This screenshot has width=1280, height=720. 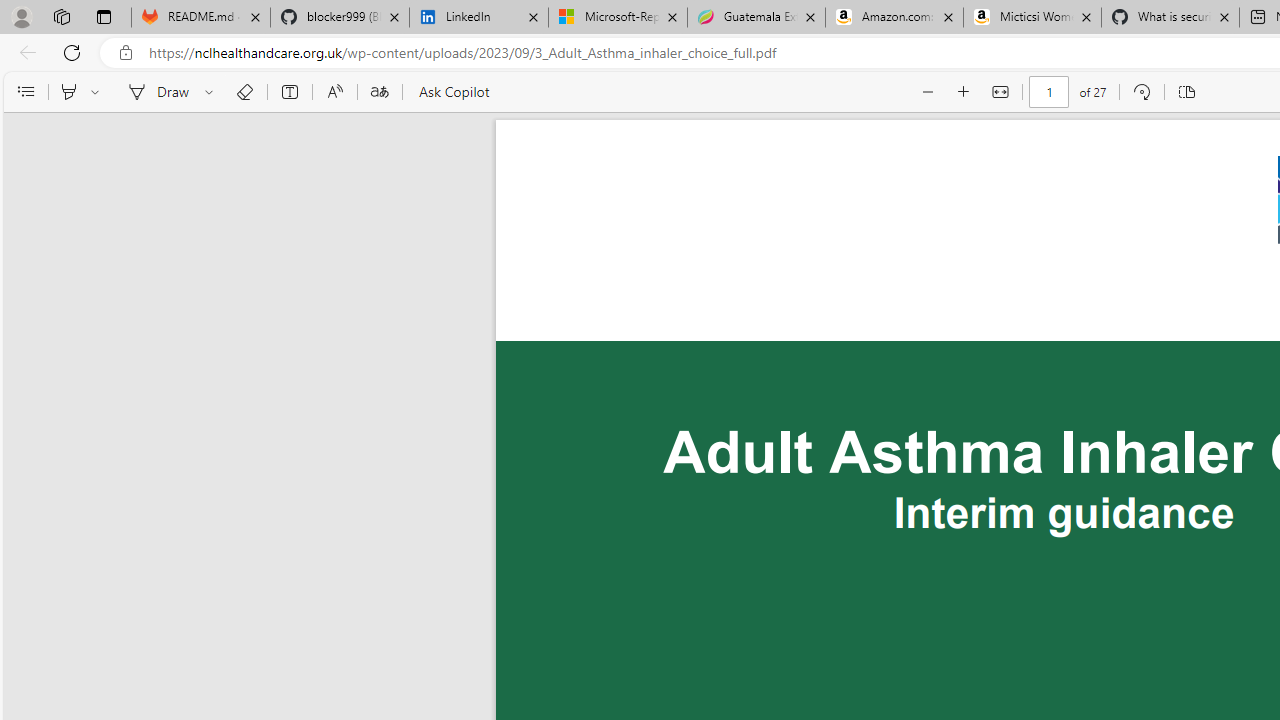 I want to click on 'Read aloud', so click(x=334, y=92).